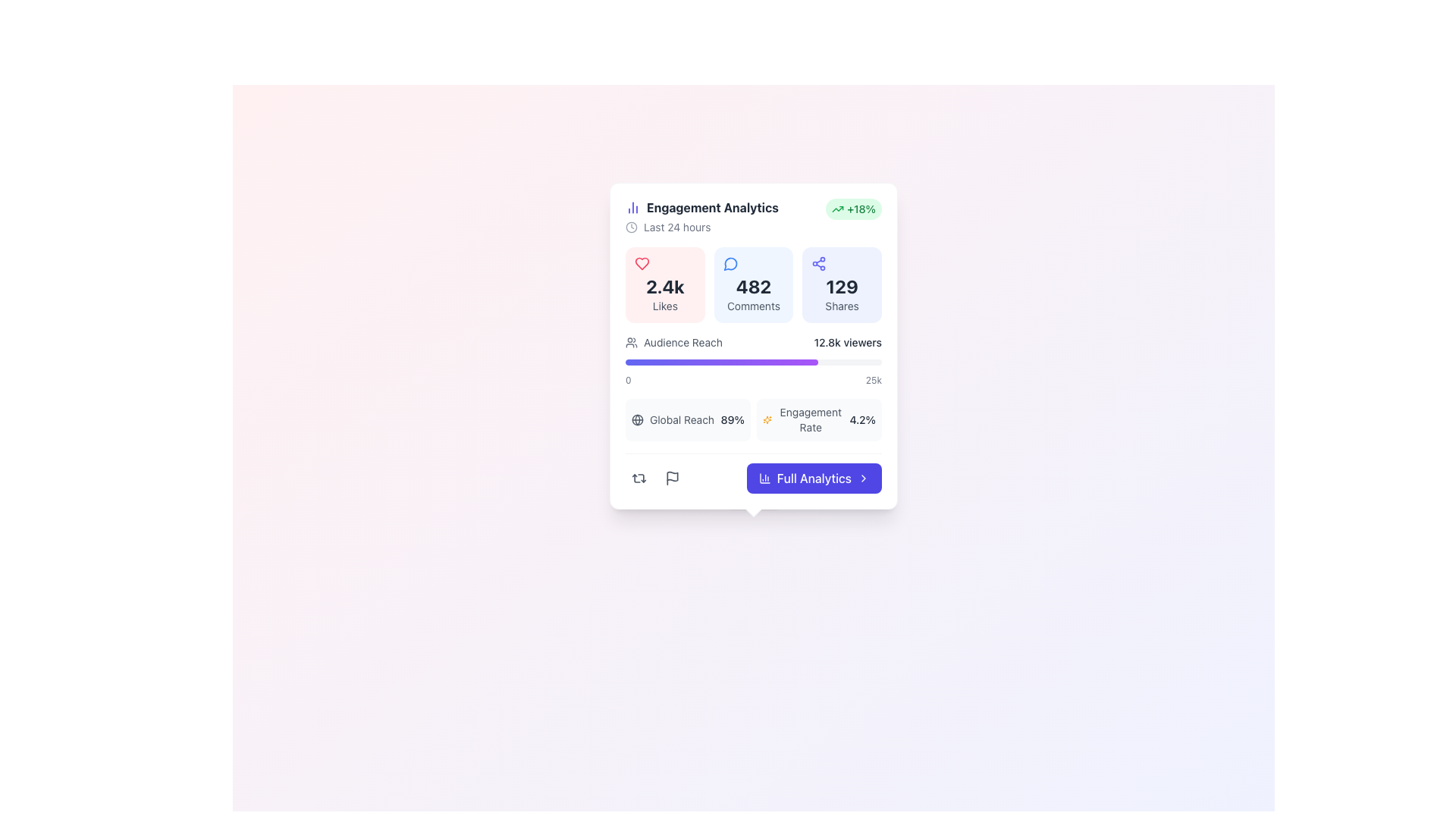 This screenshot has height=819, width=1456. I want to click on the decorative or informative icon located to the left of the text 'Last 24 hours' in the 'Engagement Analytics' card, so click(632, 227).